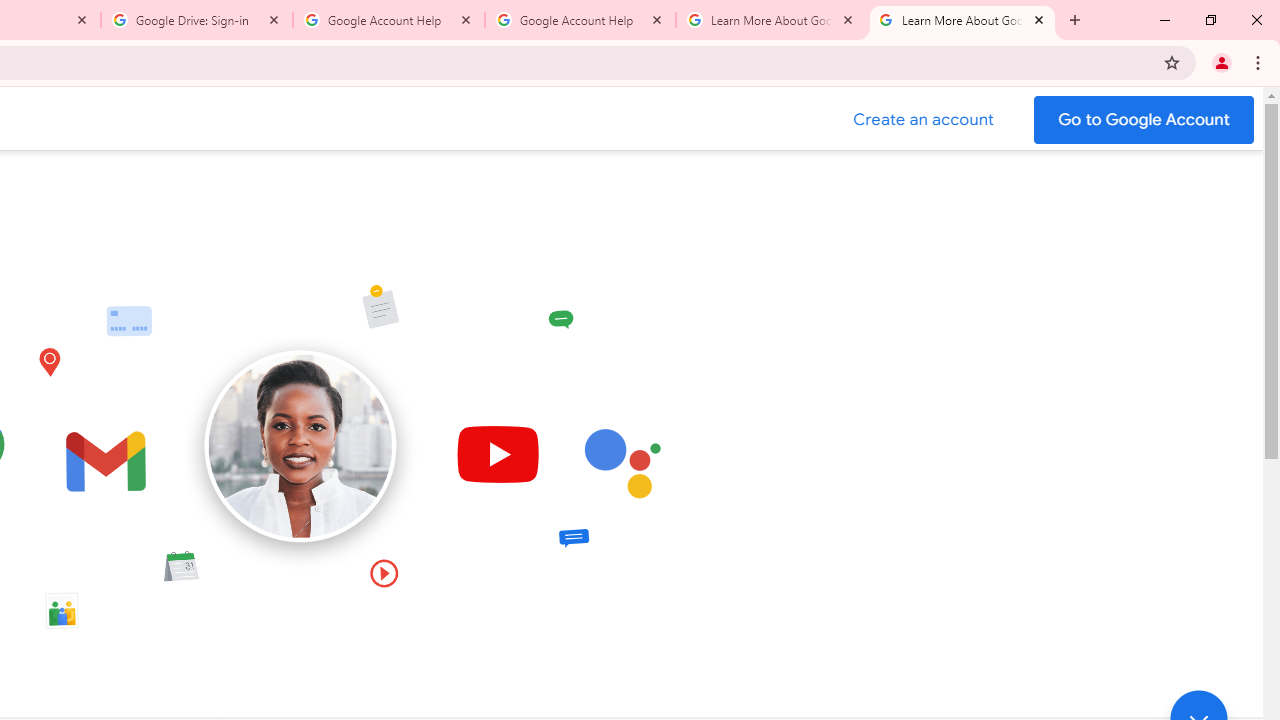 The width and height of the screenshot is (1280, 720). Describe the element at coordinates (1144, 119) in the screenshot. I see `'Go to your Google Account'` at that location.